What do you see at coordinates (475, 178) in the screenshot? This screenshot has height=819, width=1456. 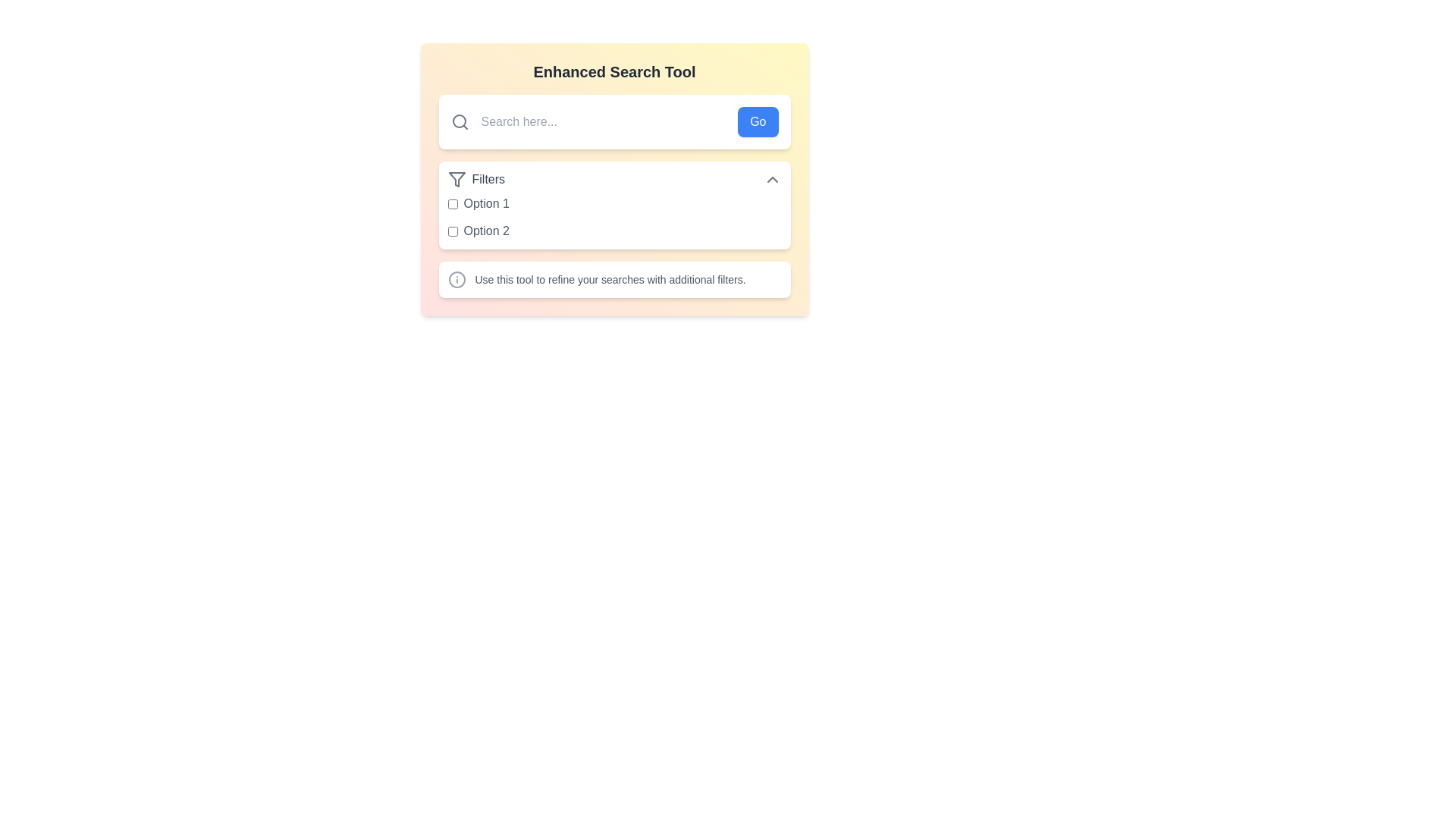 I see `the 'Filters' label which consists of a filter icon on the left and the text 'Filters' in gray font, located beneath the search input bar and above the first checkbox option labeled 'Option 1'` at bounding box center [475, 178].